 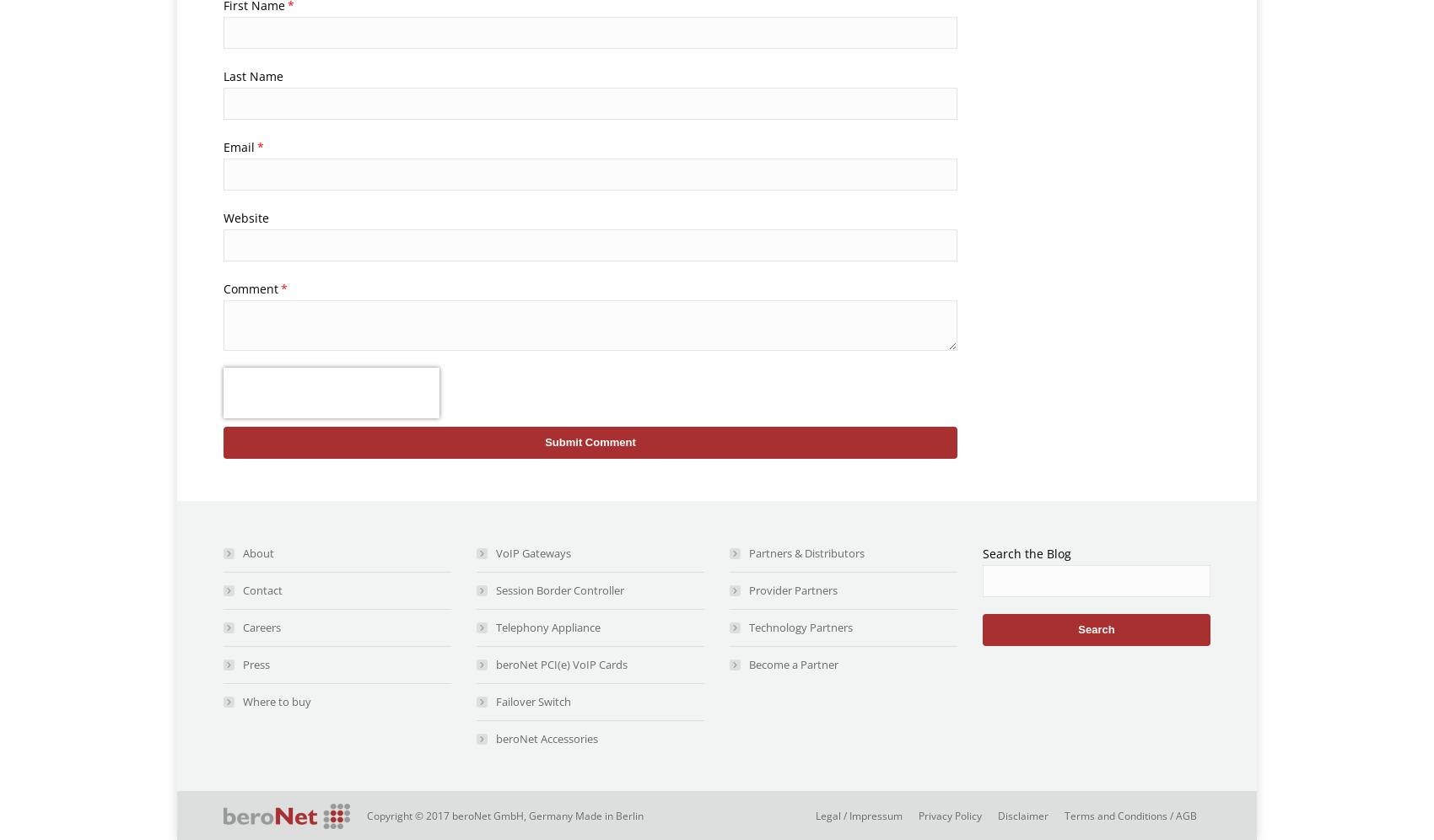 What do you see at coordinates (793, 665) in the screenshot?
I see `'Become a Partner'` at bounding box center [793, 665].